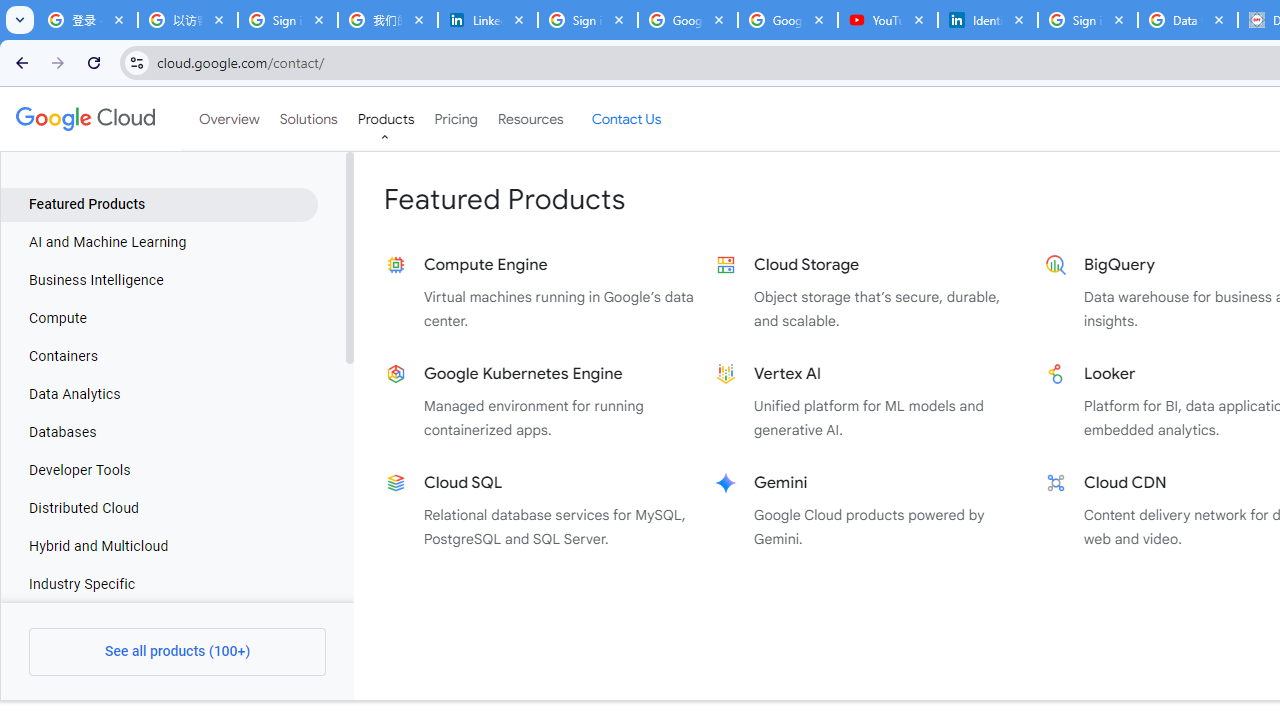 This screenshot has width=1280, height=720. What do you see at coordinates (487, 20) in the screenshot?
I see `'LinkedIn Privacy Policy'` at bounding box center [487, 20].